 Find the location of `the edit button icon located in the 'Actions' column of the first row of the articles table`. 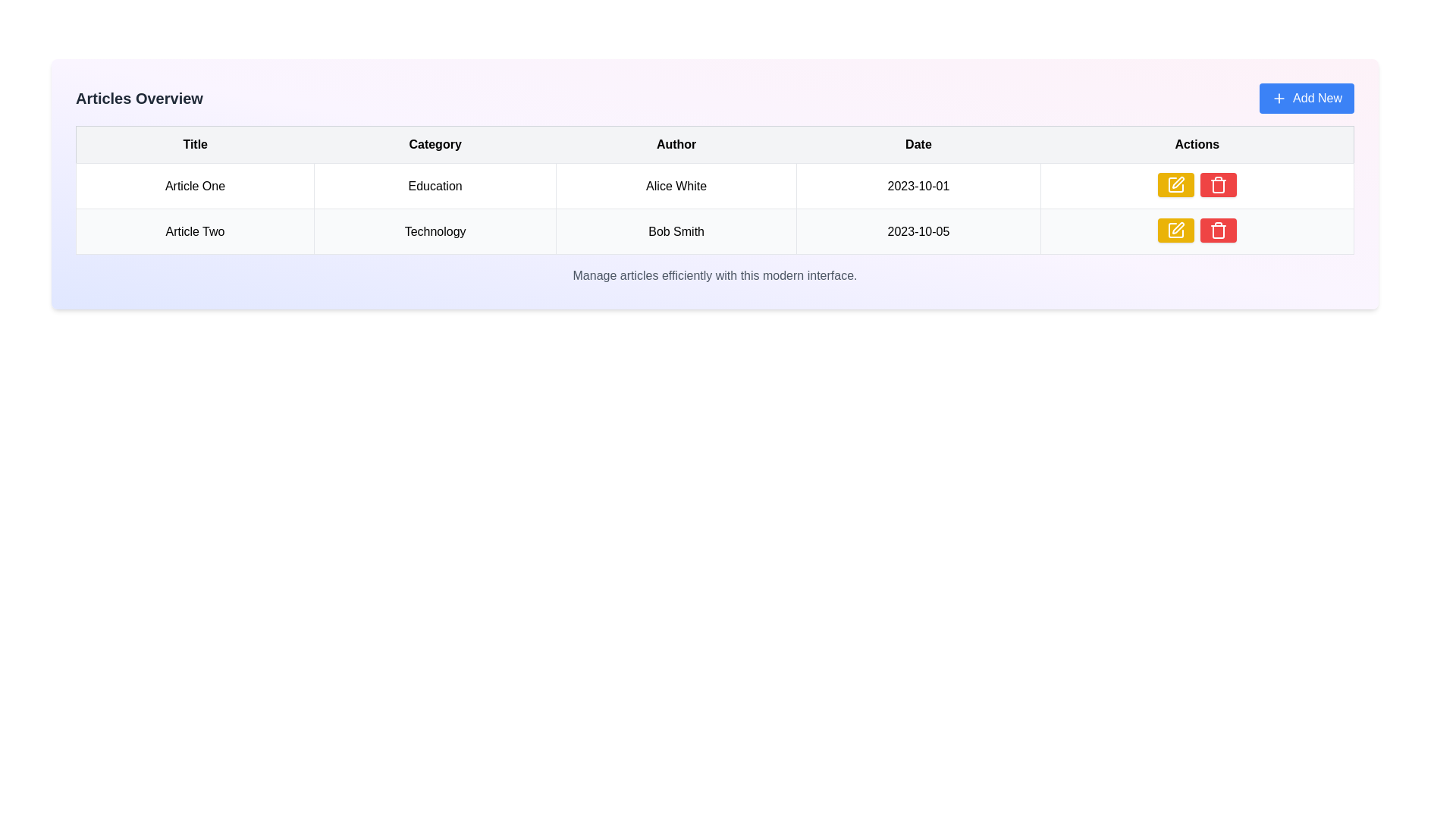

the edit button icon located in the 'Actions' column of the first row of the articles table is located at coordinates (1175, 231).